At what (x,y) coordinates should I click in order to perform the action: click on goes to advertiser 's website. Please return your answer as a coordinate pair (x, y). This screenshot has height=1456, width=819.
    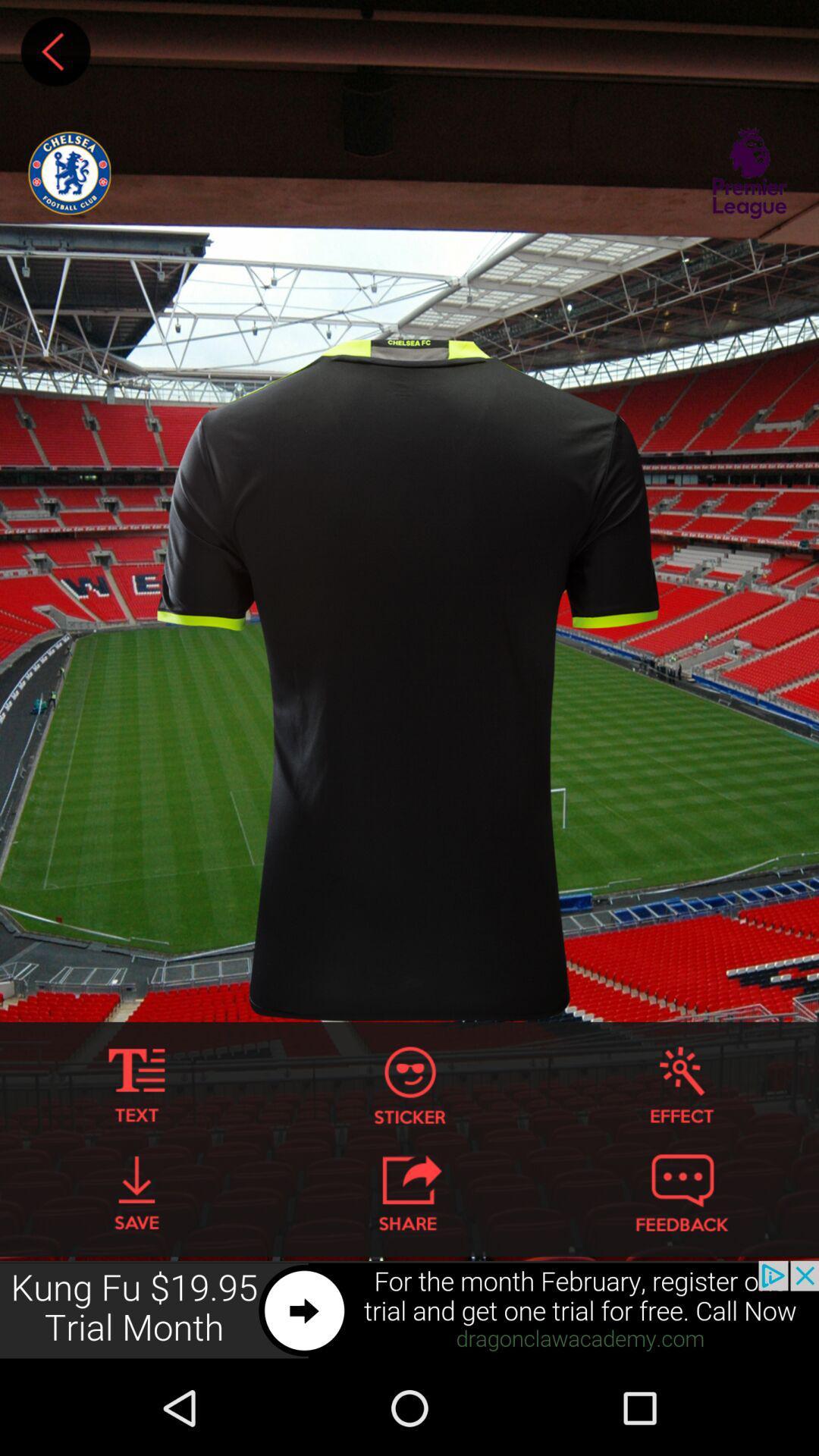
    Looking at the image, I should click on (409, 1310).